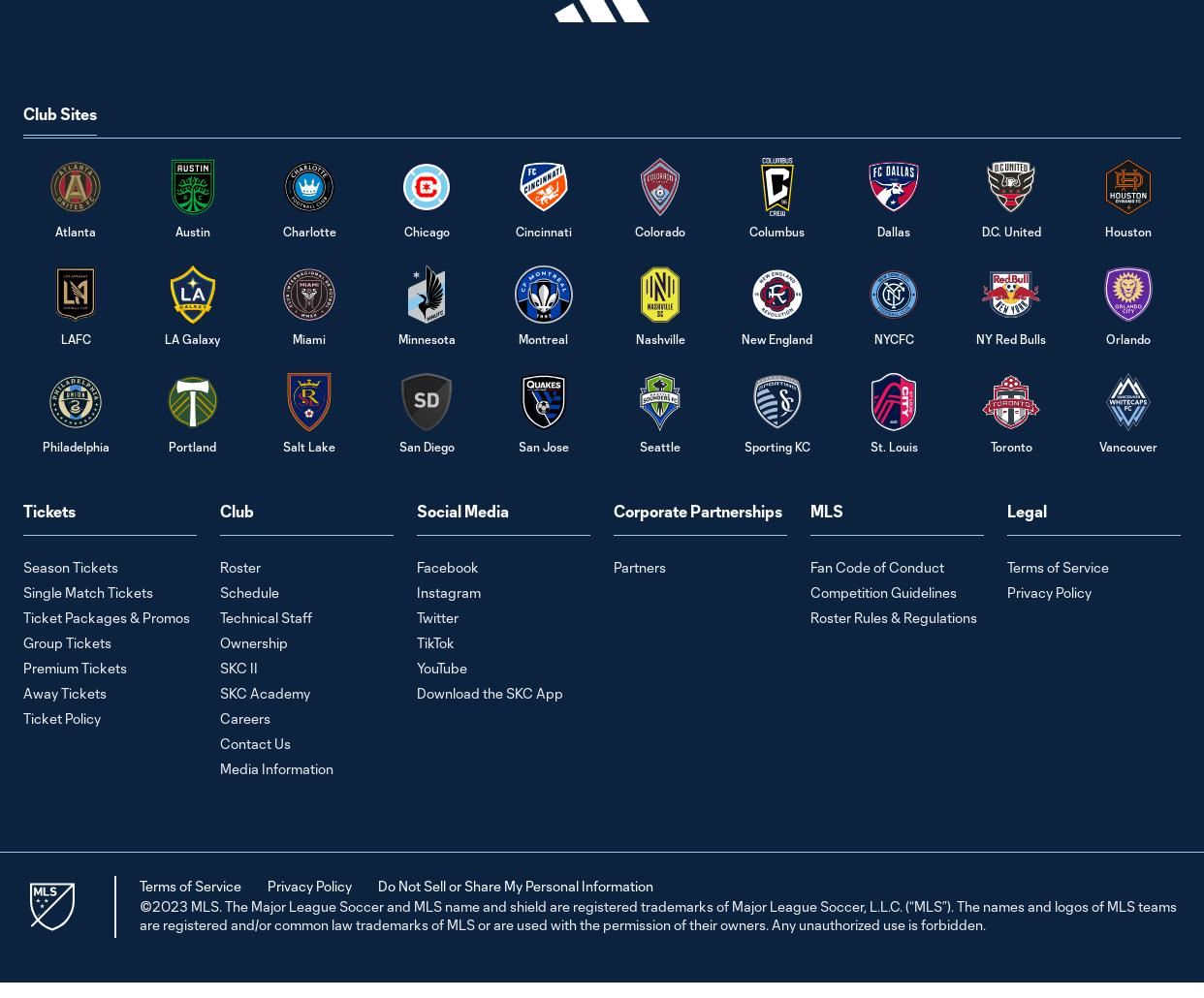  What do you see at coordinates (107, 615) in the screenshot?
I see `'Ticket Packages & Promos'` at bounding box center [107, 615].